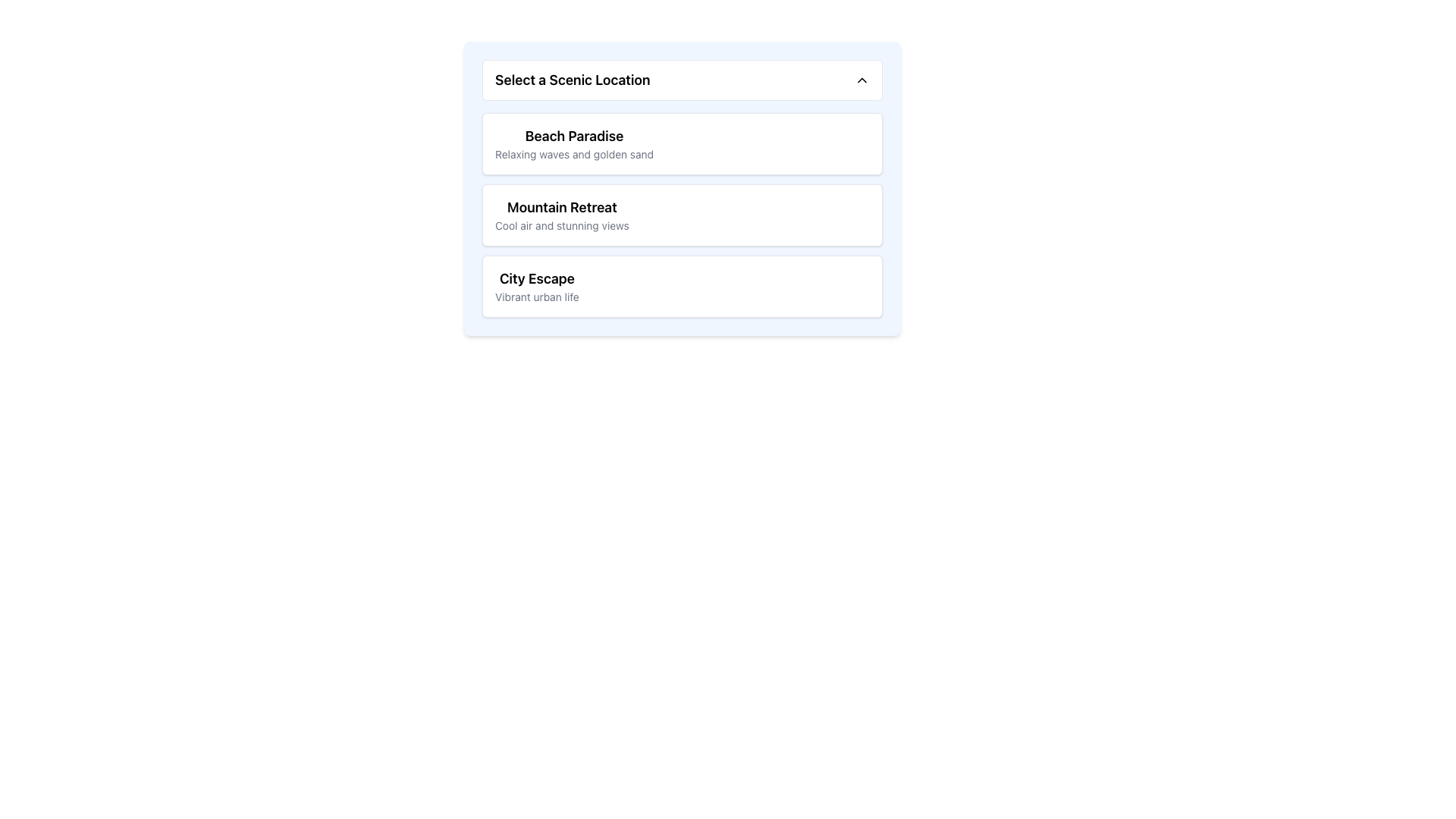 Image resolution: width=1456 pixels, height=819 pixels. Describe the element at coordinates (573, 155) in the screenshot. I see `additional descriptive information about the 'Beach Paradise' option, which is positioned directly underneath the title in the first list item of the vertical menu` at that location.